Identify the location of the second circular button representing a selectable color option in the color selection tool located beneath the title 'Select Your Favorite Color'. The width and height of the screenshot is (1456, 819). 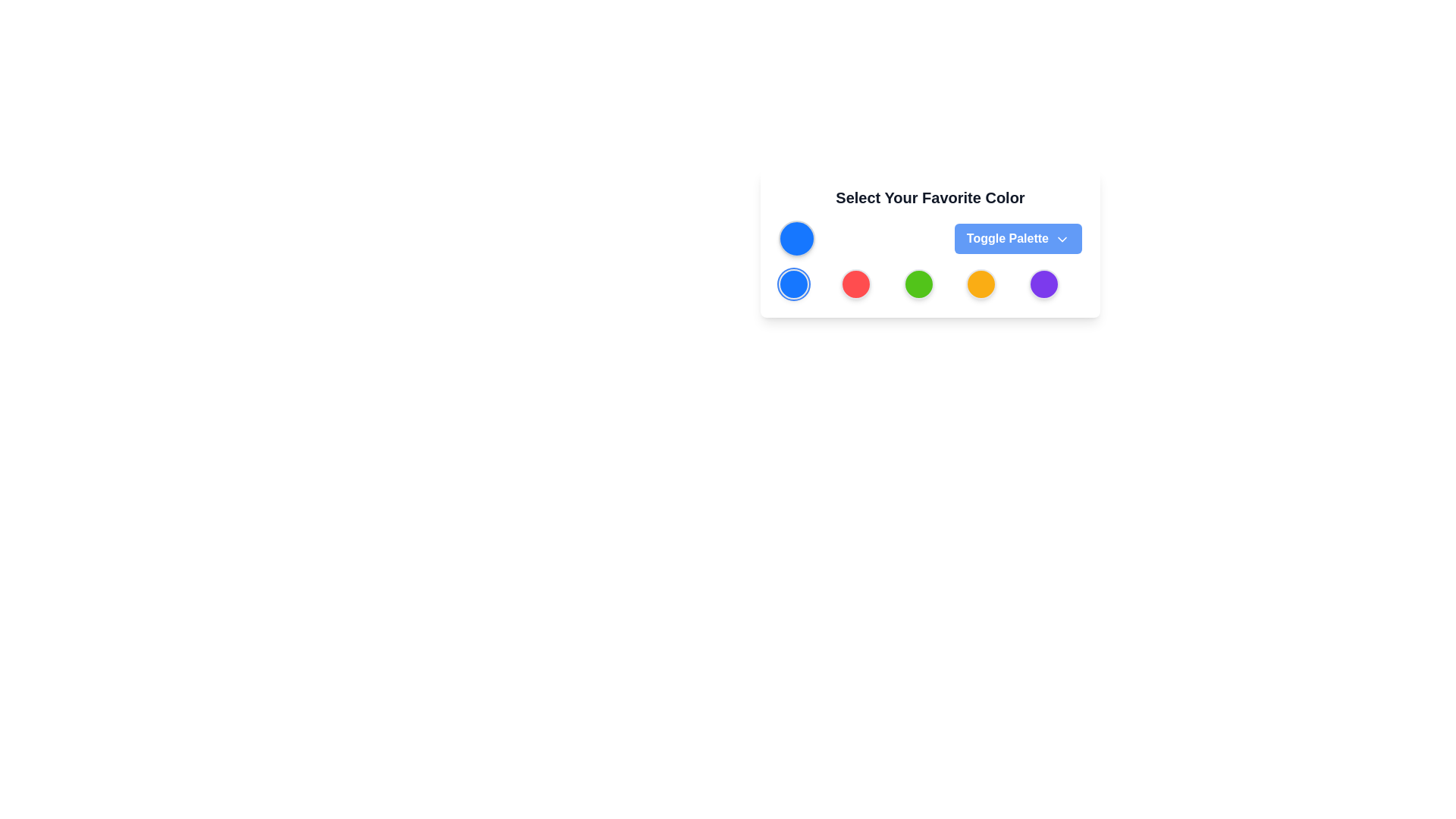
(856, 284).